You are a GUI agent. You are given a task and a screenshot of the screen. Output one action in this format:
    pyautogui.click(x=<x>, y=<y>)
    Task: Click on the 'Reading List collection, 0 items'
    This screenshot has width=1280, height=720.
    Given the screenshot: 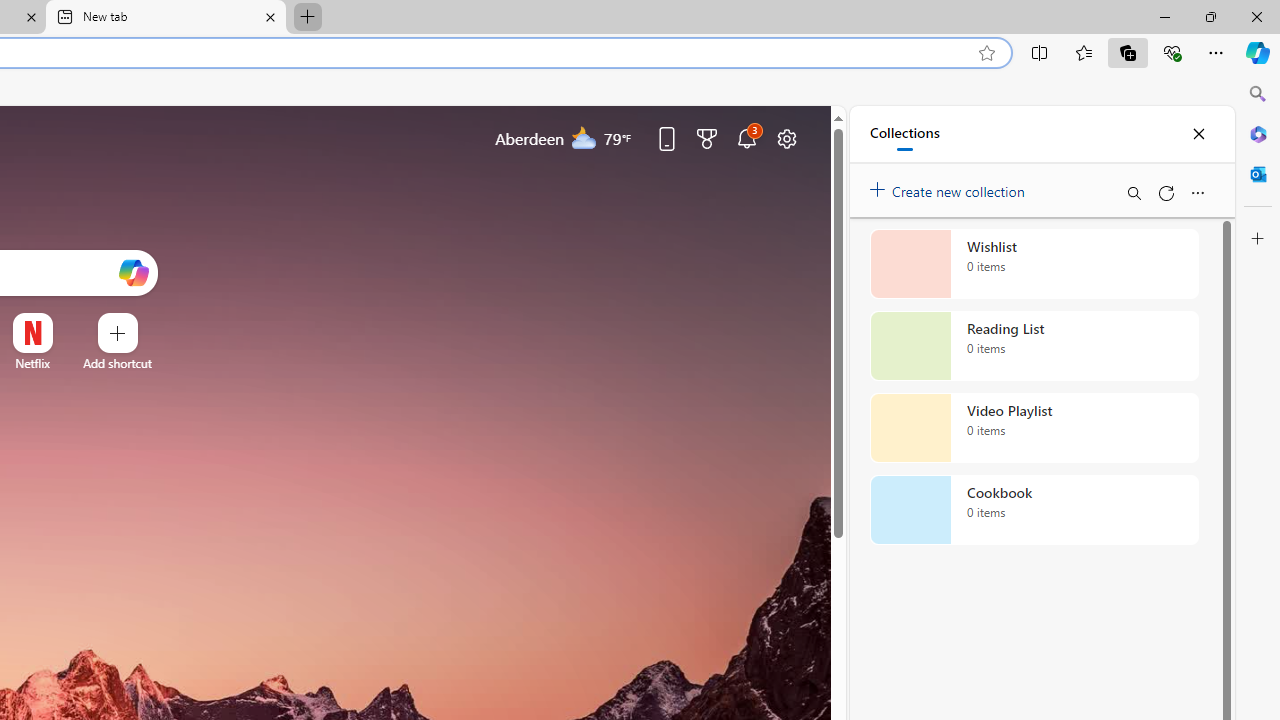 What is the action you would take?
    pyautogui.click(x=1034, y=344)
    